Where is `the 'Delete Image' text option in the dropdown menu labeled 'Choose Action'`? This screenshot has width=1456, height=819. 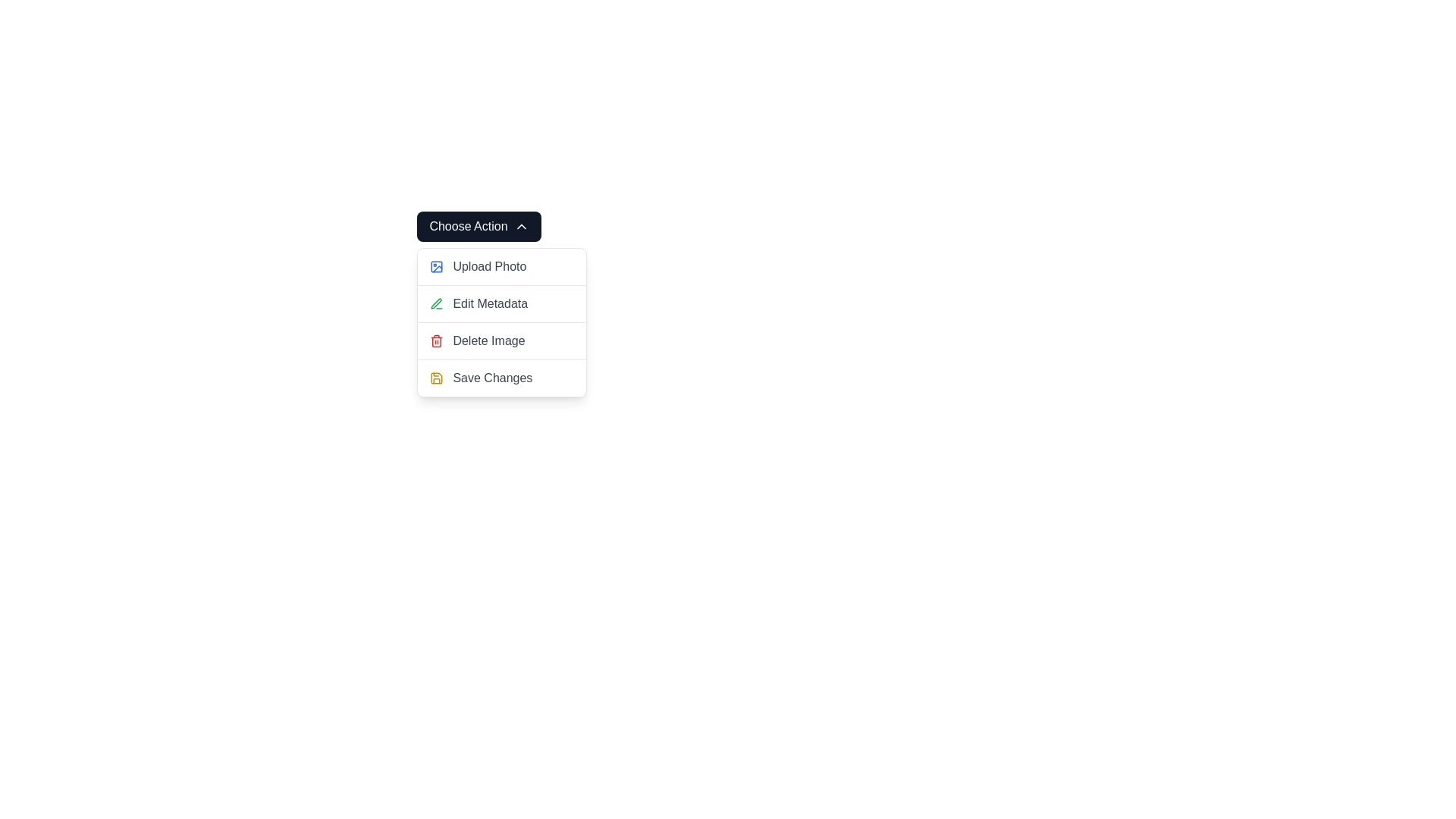 the 'Delete Image' text option in the dropdown menu labeled 'Choose Action' is located at coordinates (488, 341).